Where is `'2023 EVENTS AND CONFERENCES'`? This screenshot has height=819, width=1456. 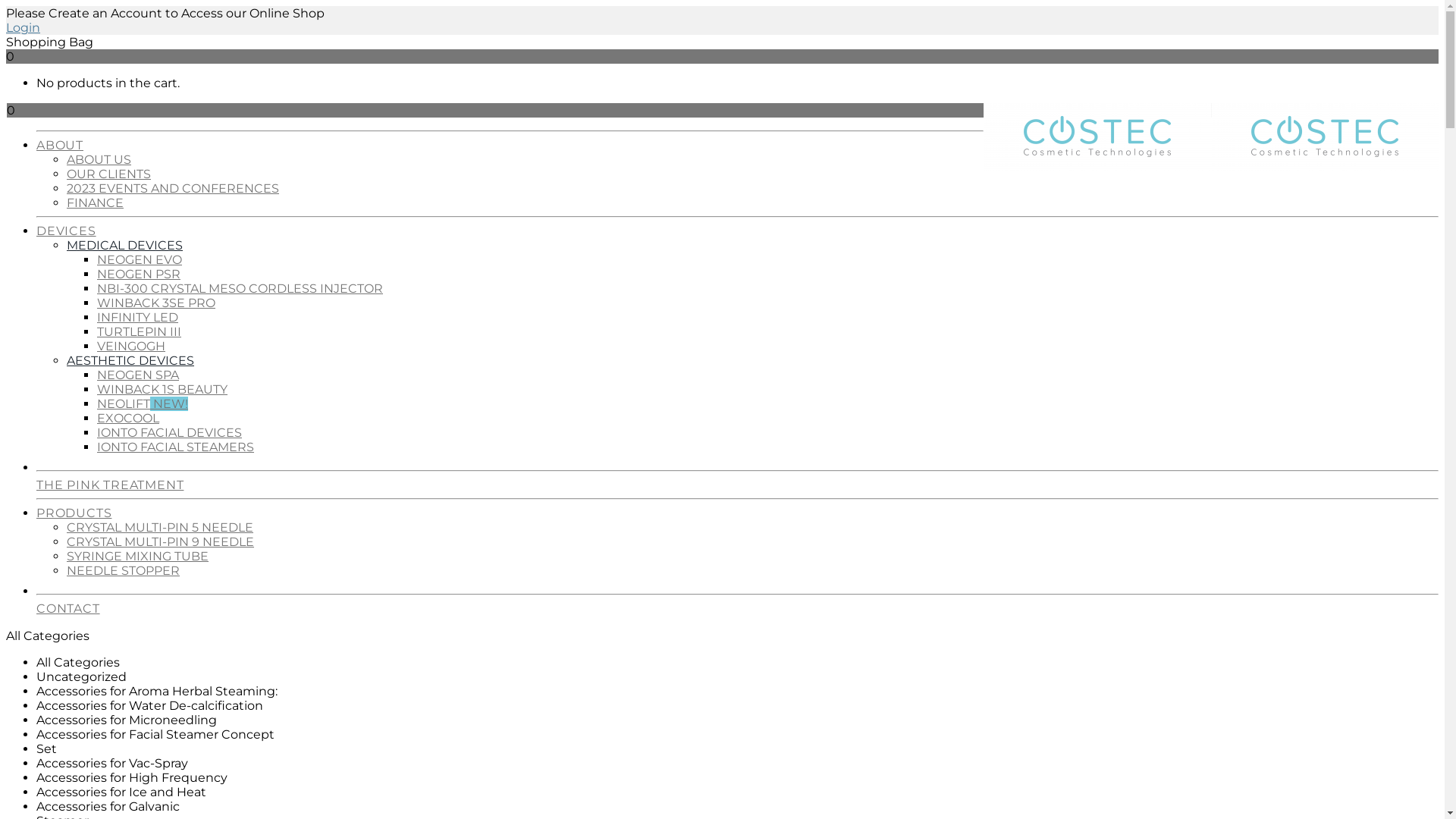
'2023 EVENTS AND CONFERENCES' is located at coordinates (173, 187).